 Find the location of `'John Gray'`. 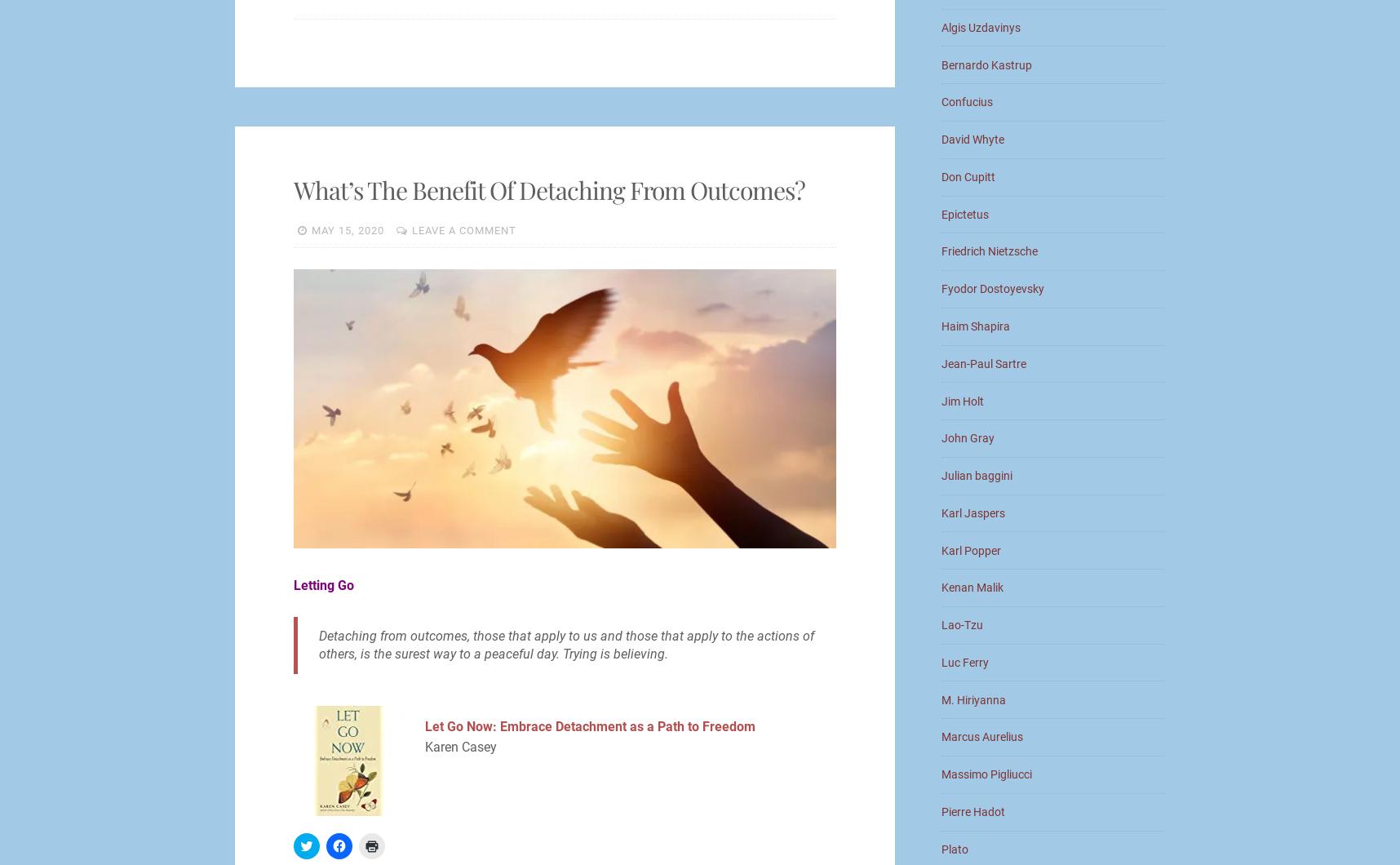

'John Gray' is located at coordinates (968, 437).